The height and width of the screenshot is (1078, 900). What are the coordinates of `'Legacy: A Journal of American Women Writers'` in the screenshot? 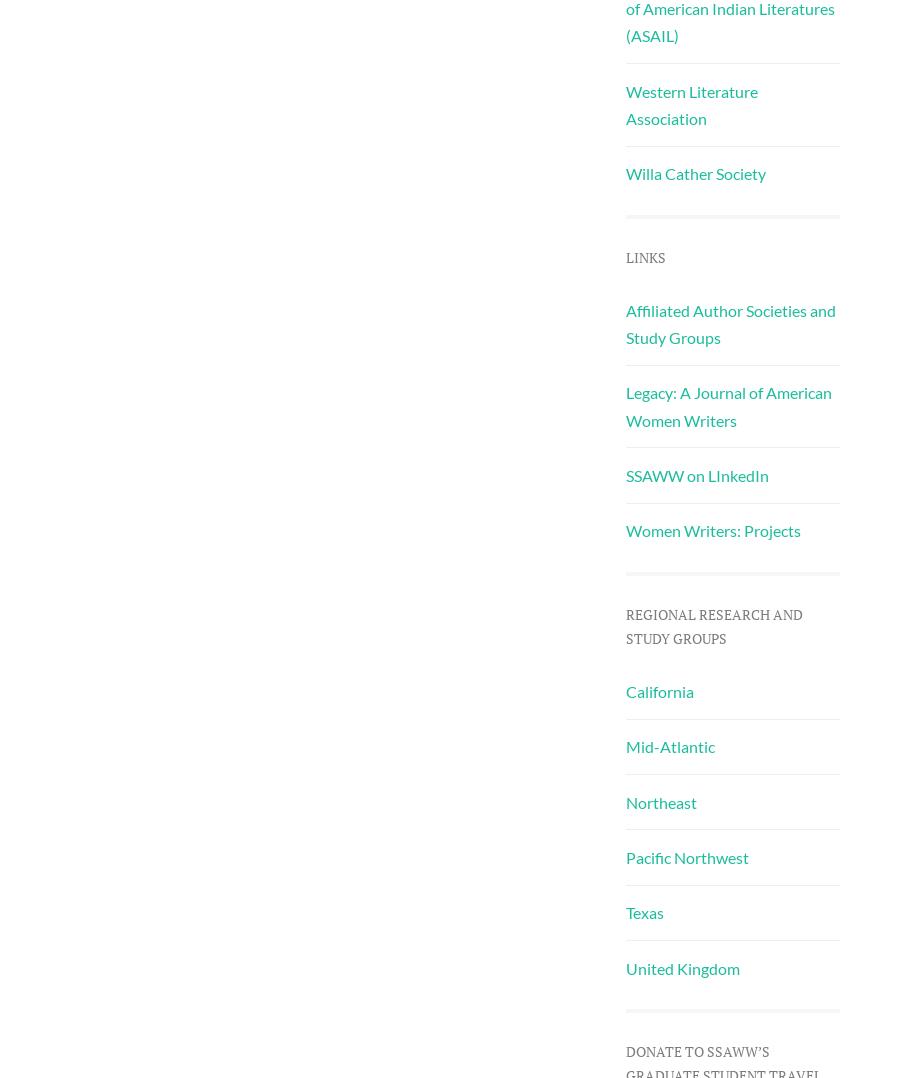 It's located at (727, 404).